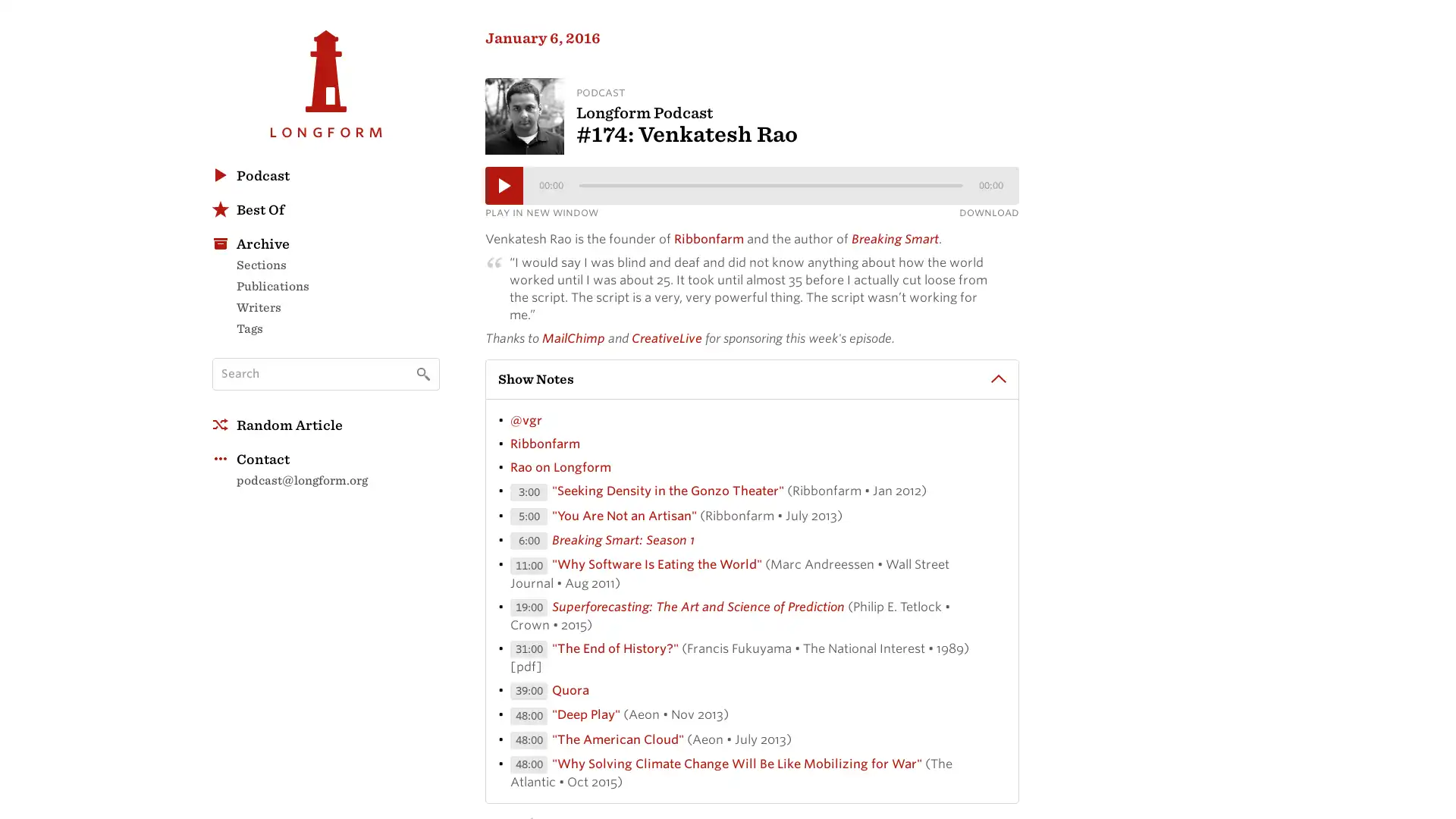 This screenshot has height=819, width=1456. I want to click on 19:00, so click(529, 609).